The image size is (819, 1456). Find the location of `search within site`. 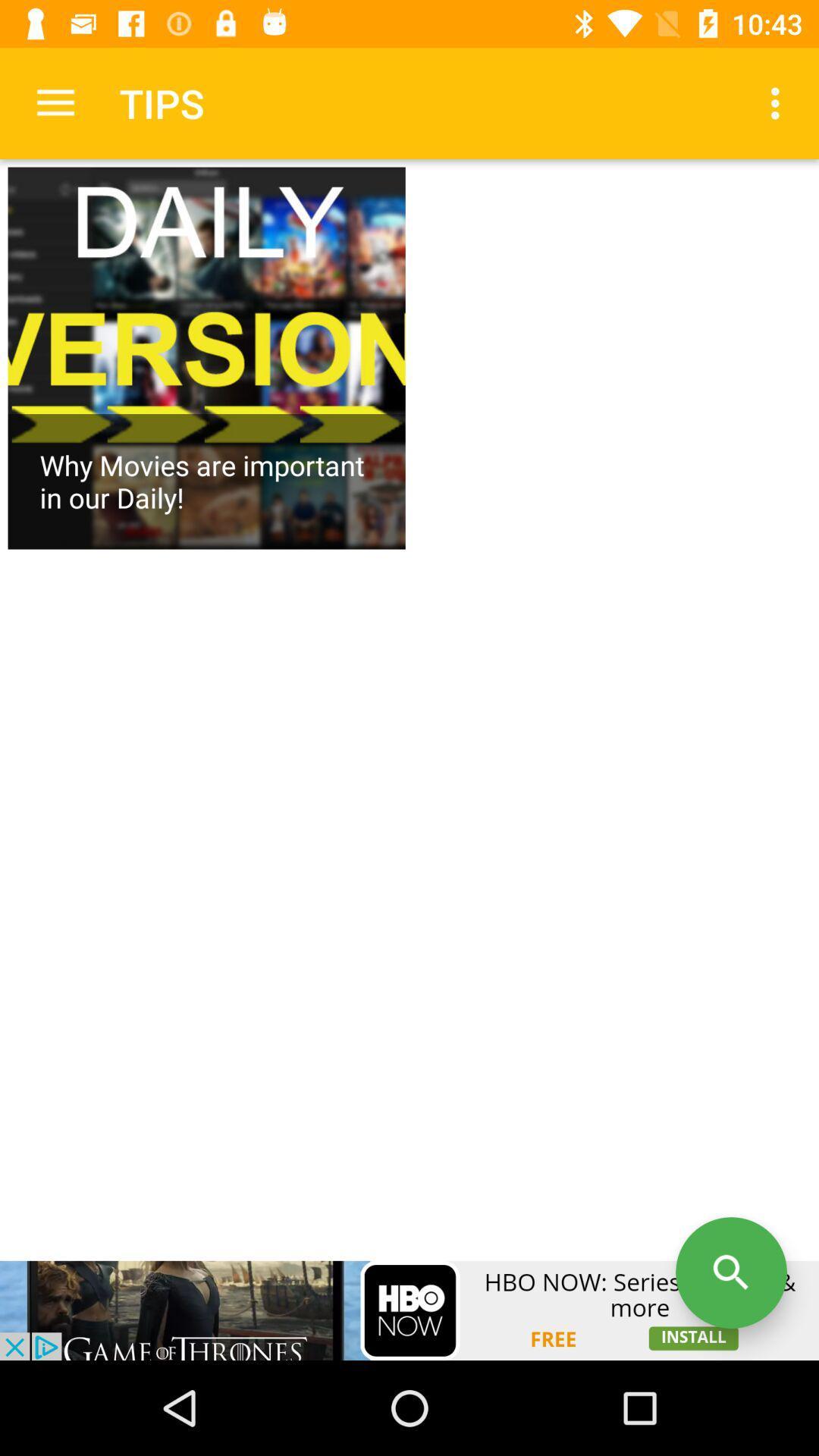

search within site is located at coordinates (730, 1272).